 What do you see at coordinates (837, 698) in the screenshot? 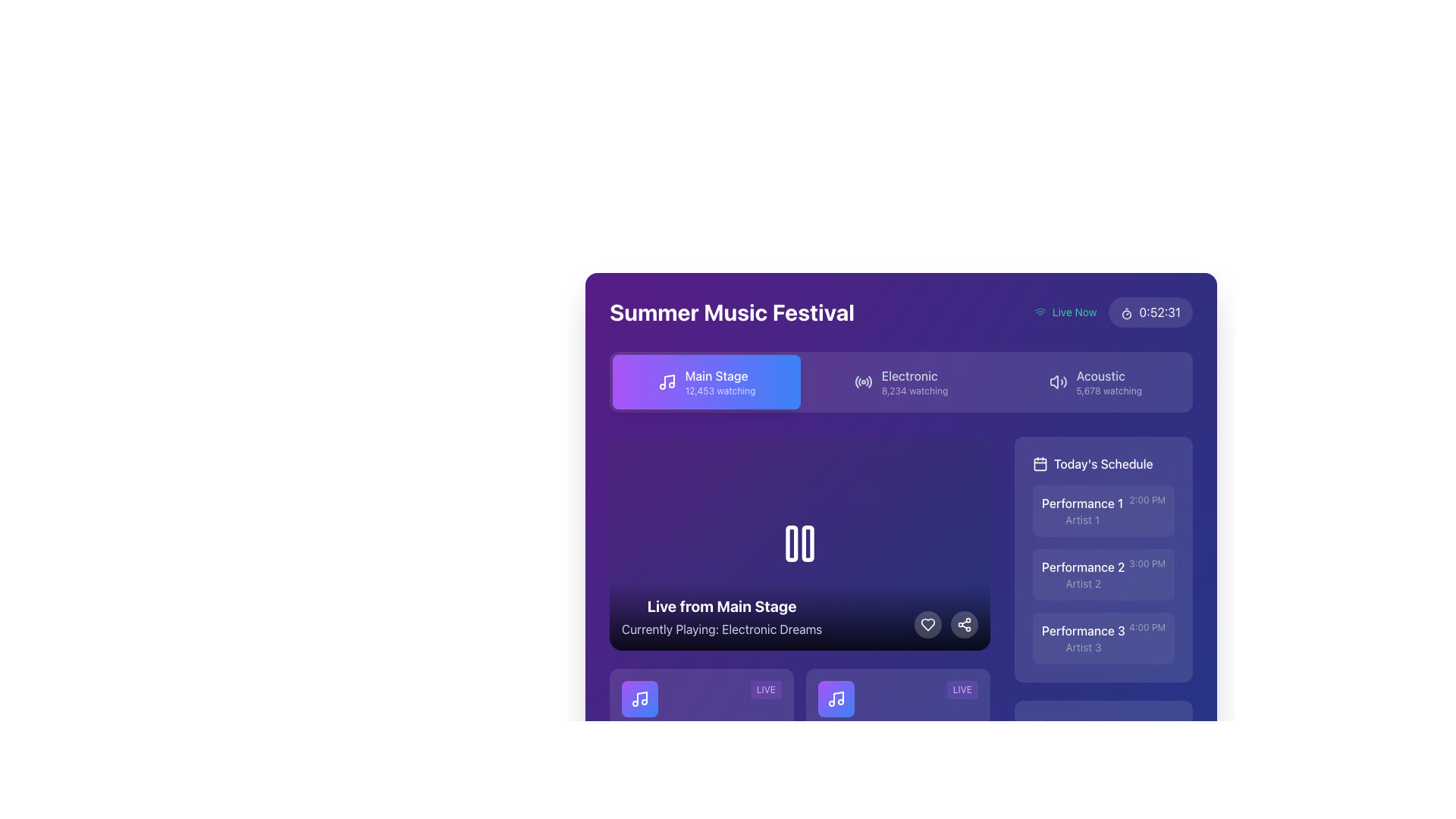
I see `the decorative vector graphic that is part of the musical note icon, located on the right side of the 'Main Stage' button section` at bounding box center [837, 698].